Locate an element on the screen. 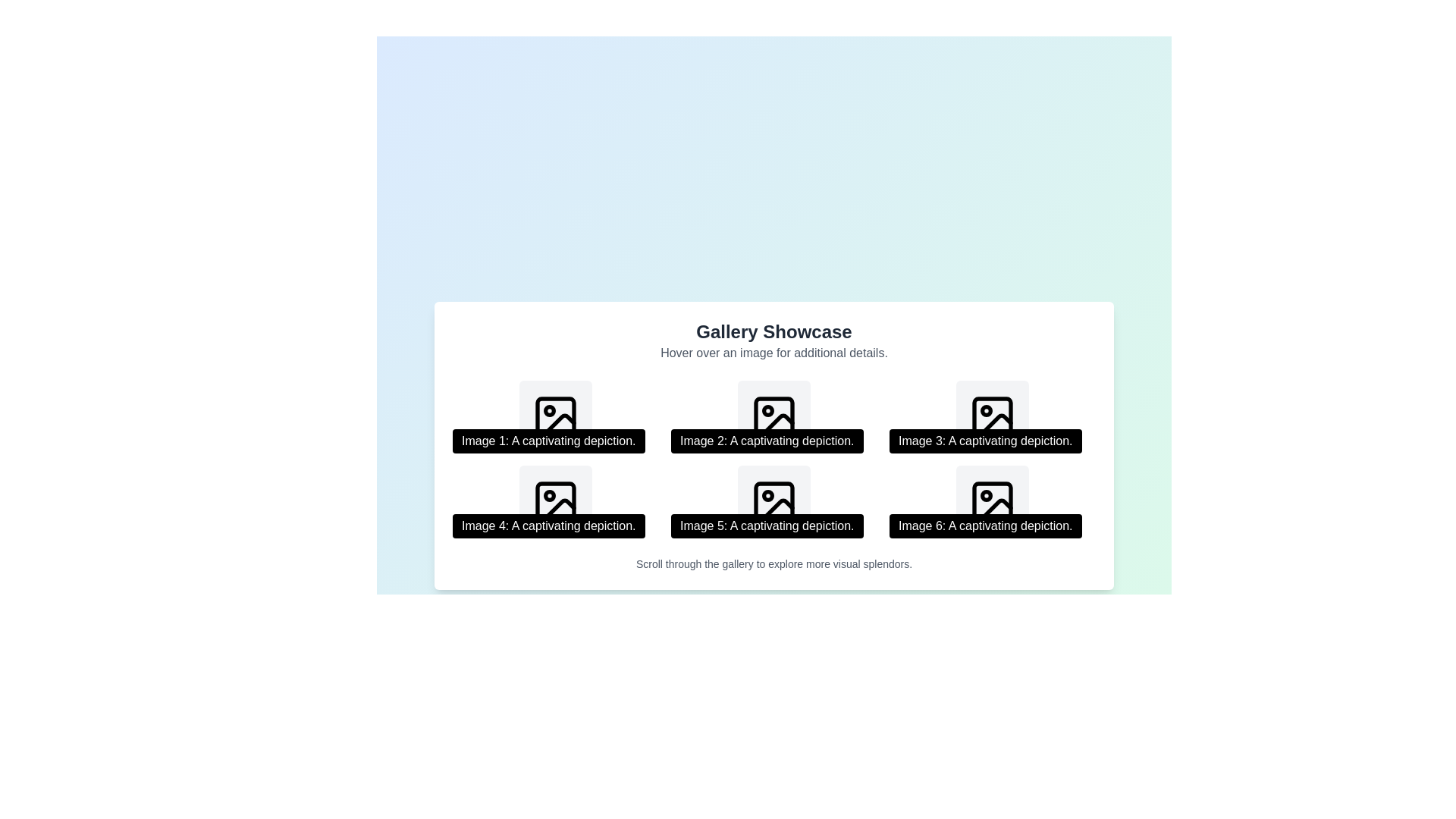 Image resolution: width=1456 pixels, height=819 pixels. the rounded rectangle button with a gray background that contains a visual placeholder for an image, located in the top row of a grid layout as the second item from the left is located at coordinates (774, 417).